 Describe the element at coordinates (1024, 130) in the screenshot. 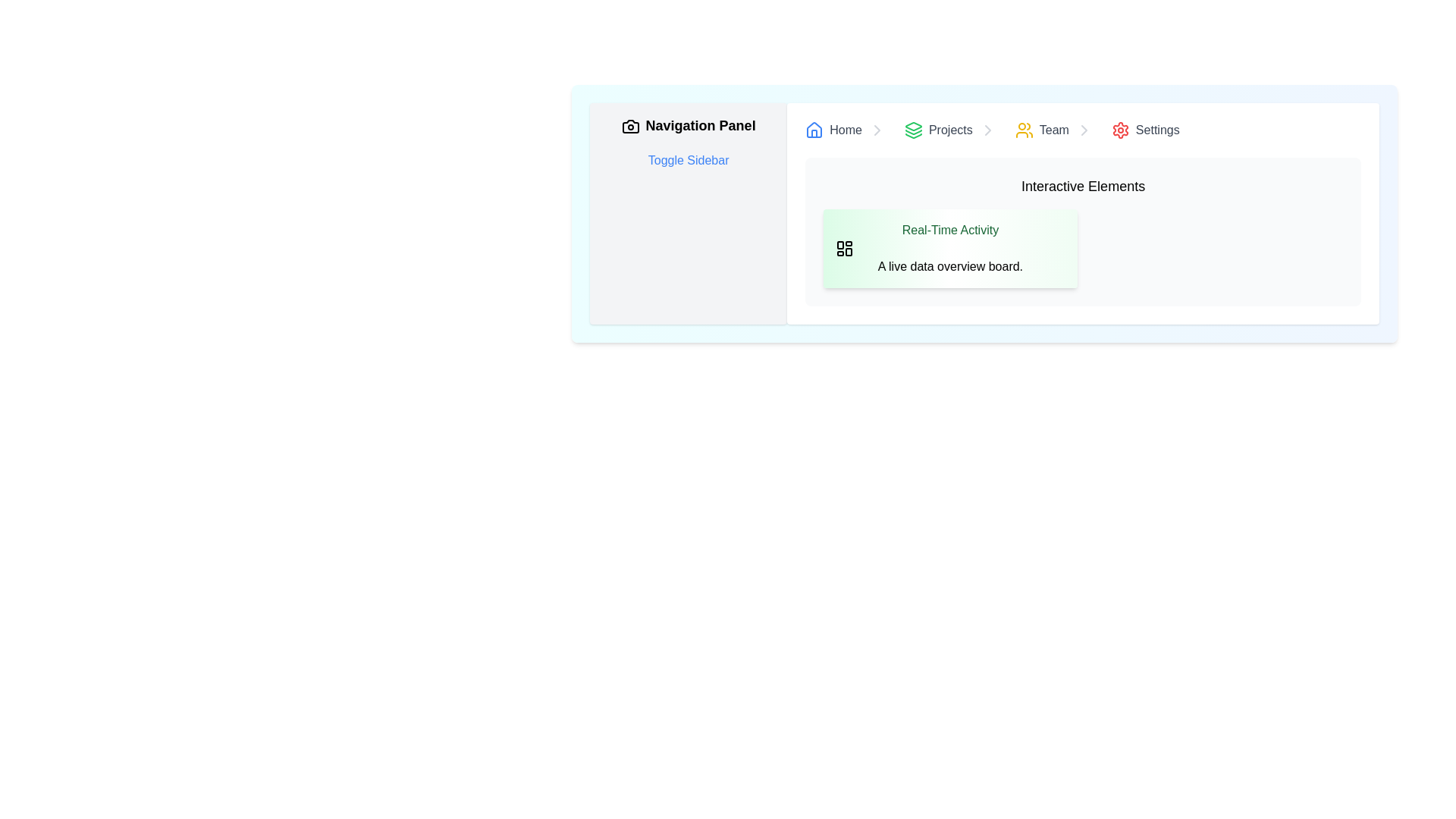

I see `the yellow group of people icon in the top navigation bar` at that location.